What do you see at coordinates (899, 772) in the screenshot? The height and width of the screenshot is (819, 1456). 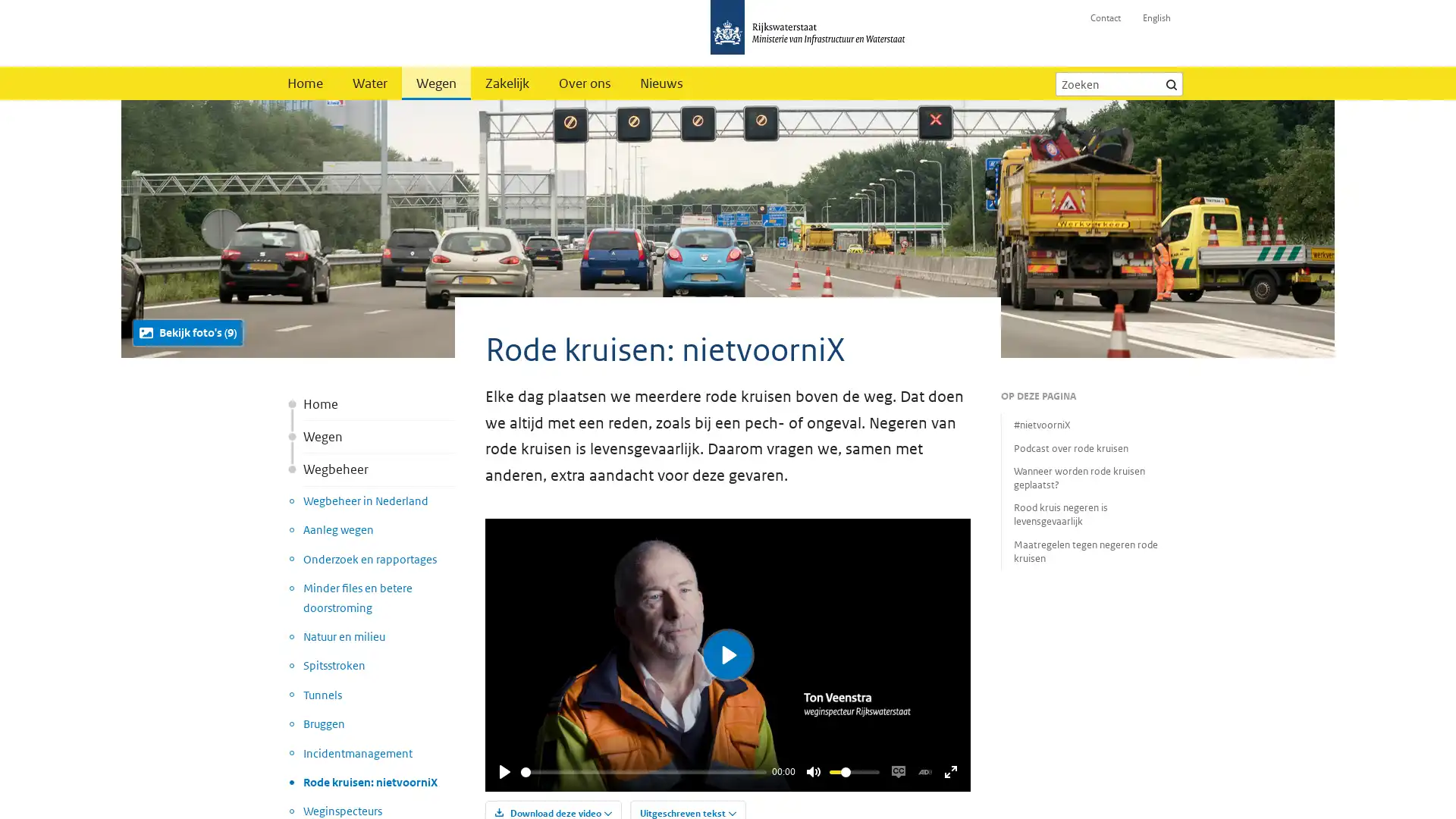 I see `Ondertiteling aan` at bounding box center [899, 772].